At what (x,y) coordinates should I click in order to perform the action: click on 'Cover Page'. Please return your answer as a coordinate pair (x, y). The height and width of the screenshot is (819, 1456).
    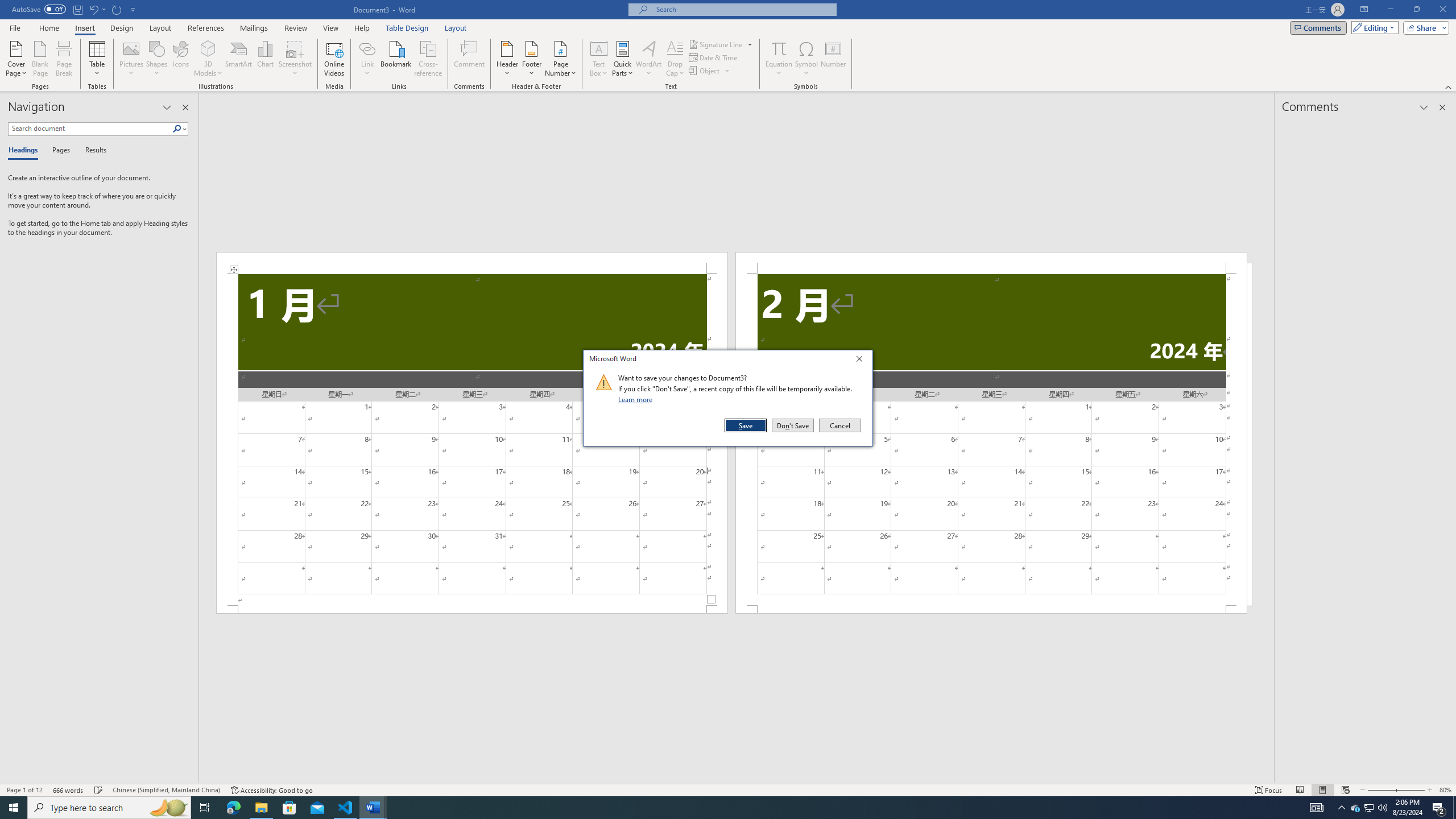
    Looking at the image, I should click on (16, 59).